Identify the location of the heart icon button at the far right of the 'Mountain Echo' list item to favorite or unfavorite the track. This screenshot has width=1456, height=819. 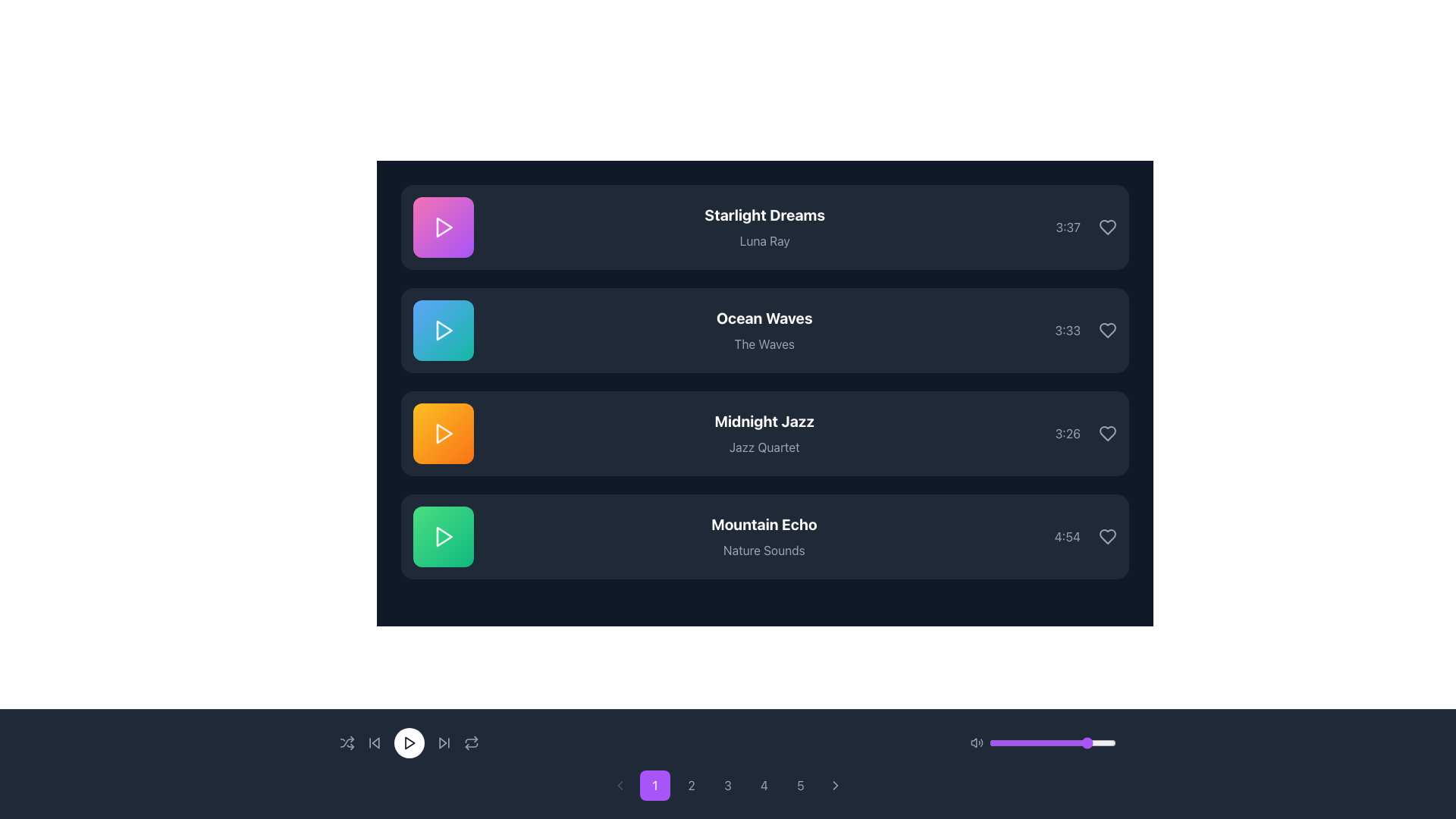
(1107, 536).